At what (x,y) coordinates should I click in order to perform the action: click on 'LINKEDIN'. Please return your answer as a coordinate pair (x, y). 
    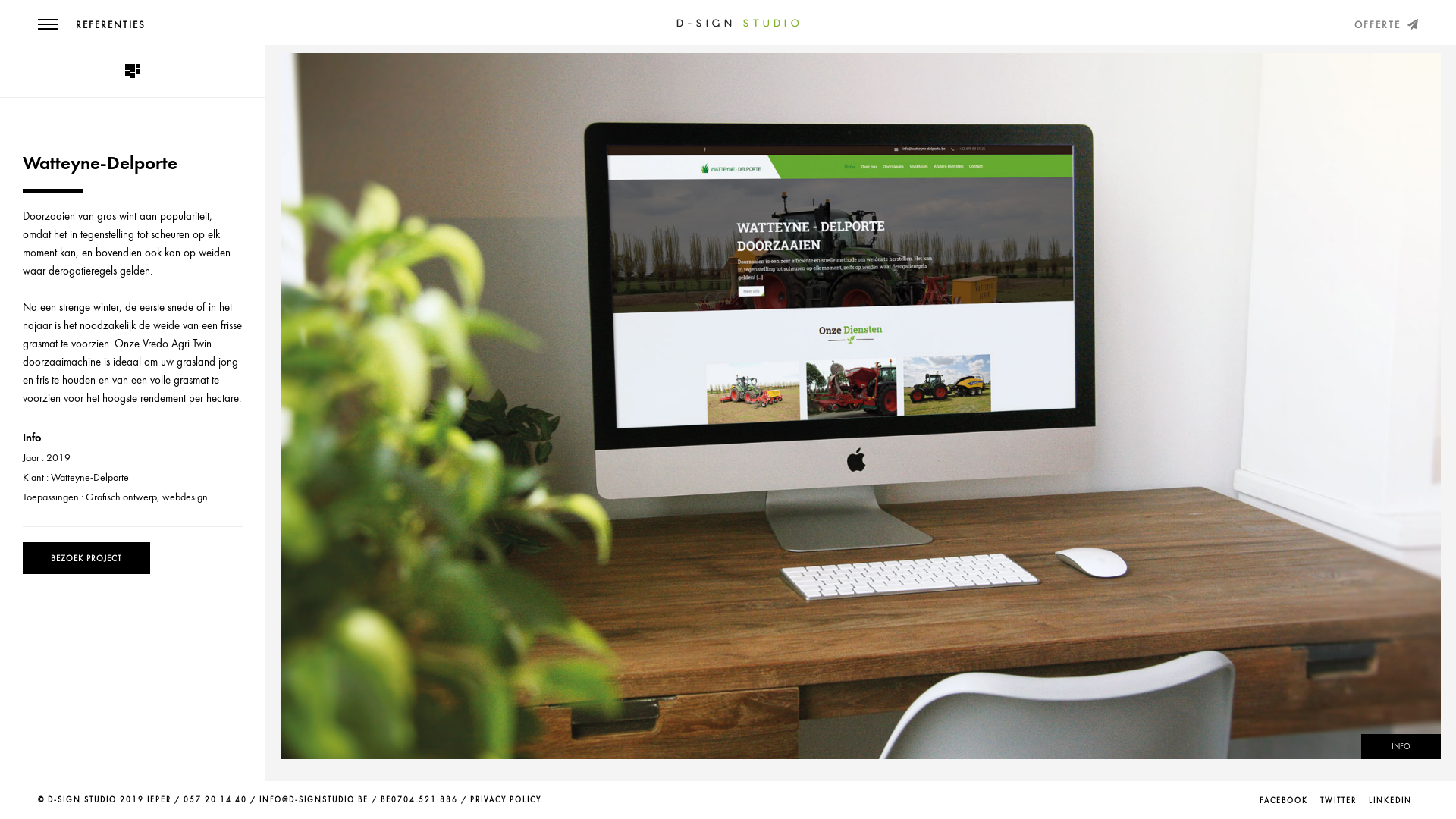
    Looking at the image, I should click on (1390, 799).